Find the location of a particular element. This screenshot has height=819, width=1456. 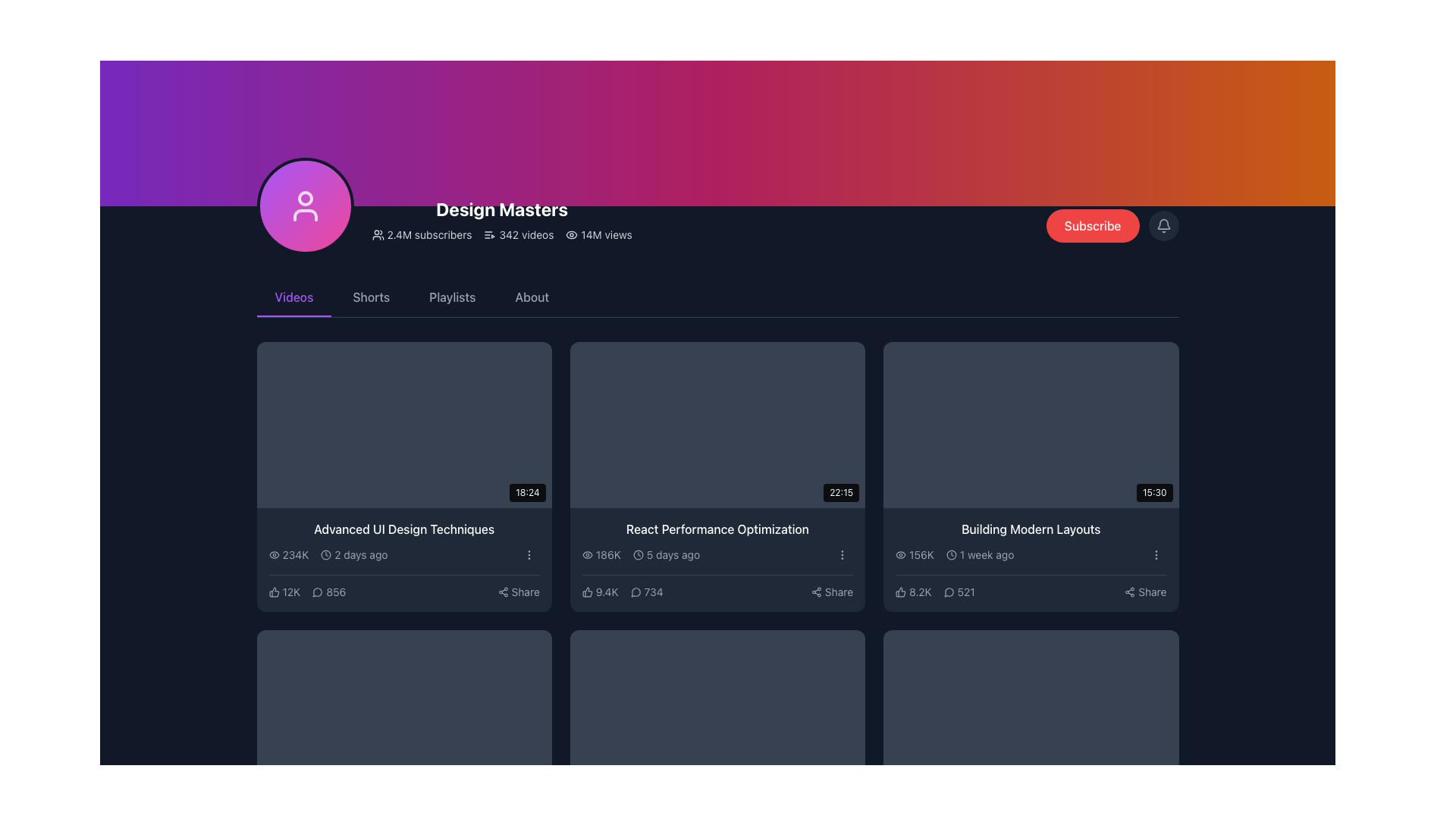

the button displaying the number '856' with a speech bubble icon, located below the title 'Advanced UI Design Techniques' is located at coordinates (328, 591).